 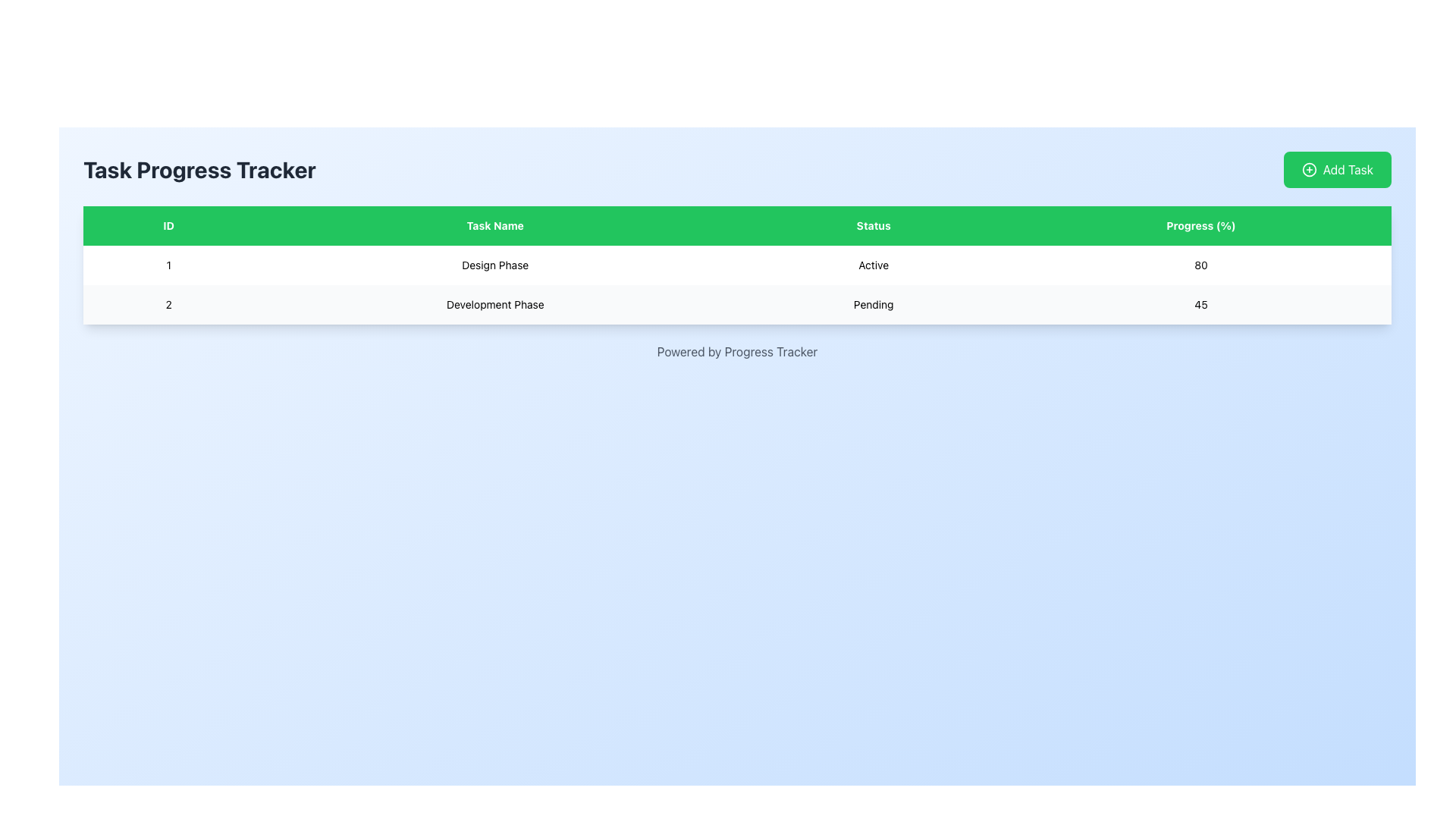 I want to click on the decorative circle element of the 'Add Task' button icon located at the top-right corner of the interface, so click(x=1308, y=169).